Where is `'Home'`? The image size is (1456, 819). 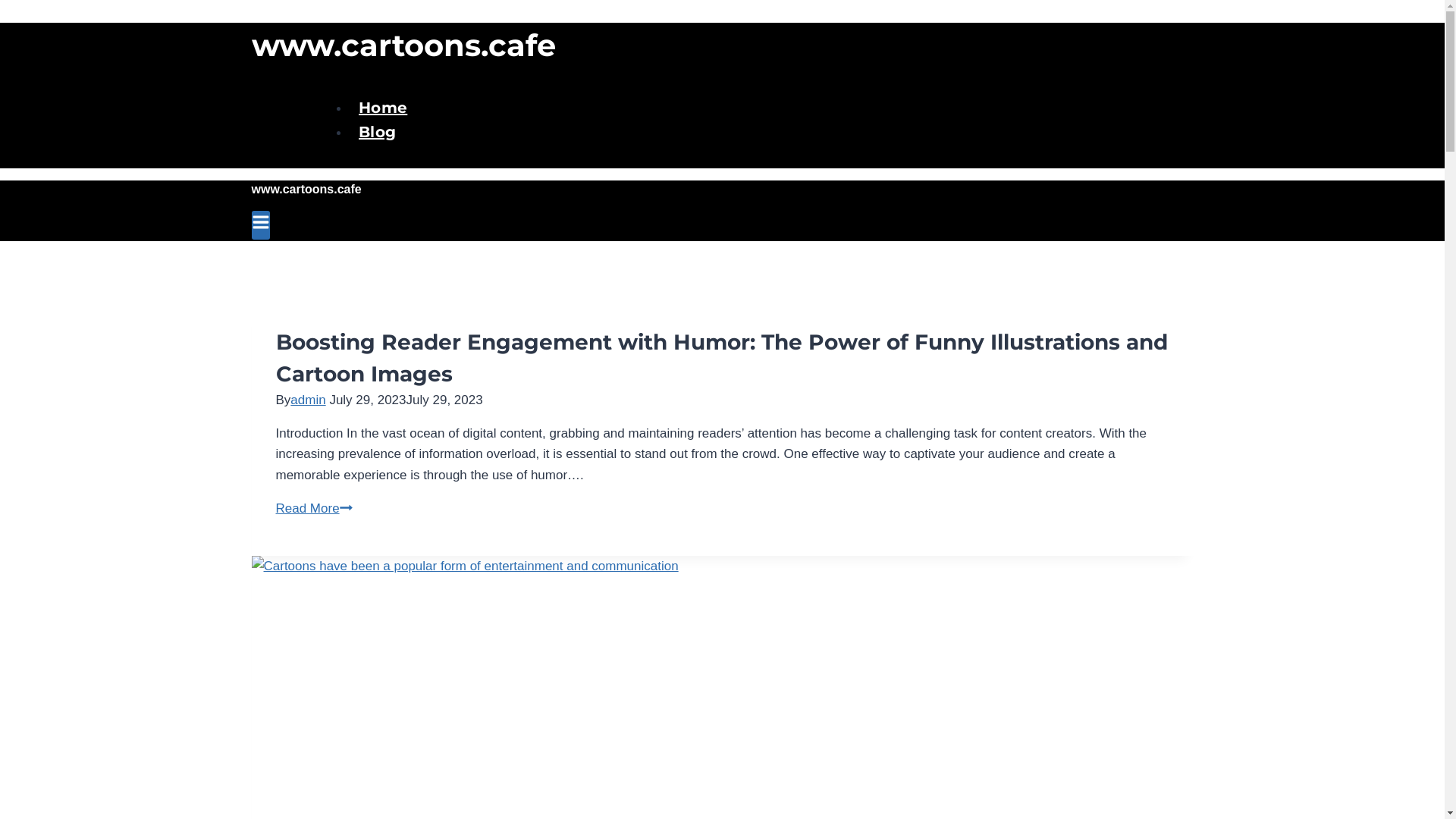
'Home' is located at coordinates (382, 107).